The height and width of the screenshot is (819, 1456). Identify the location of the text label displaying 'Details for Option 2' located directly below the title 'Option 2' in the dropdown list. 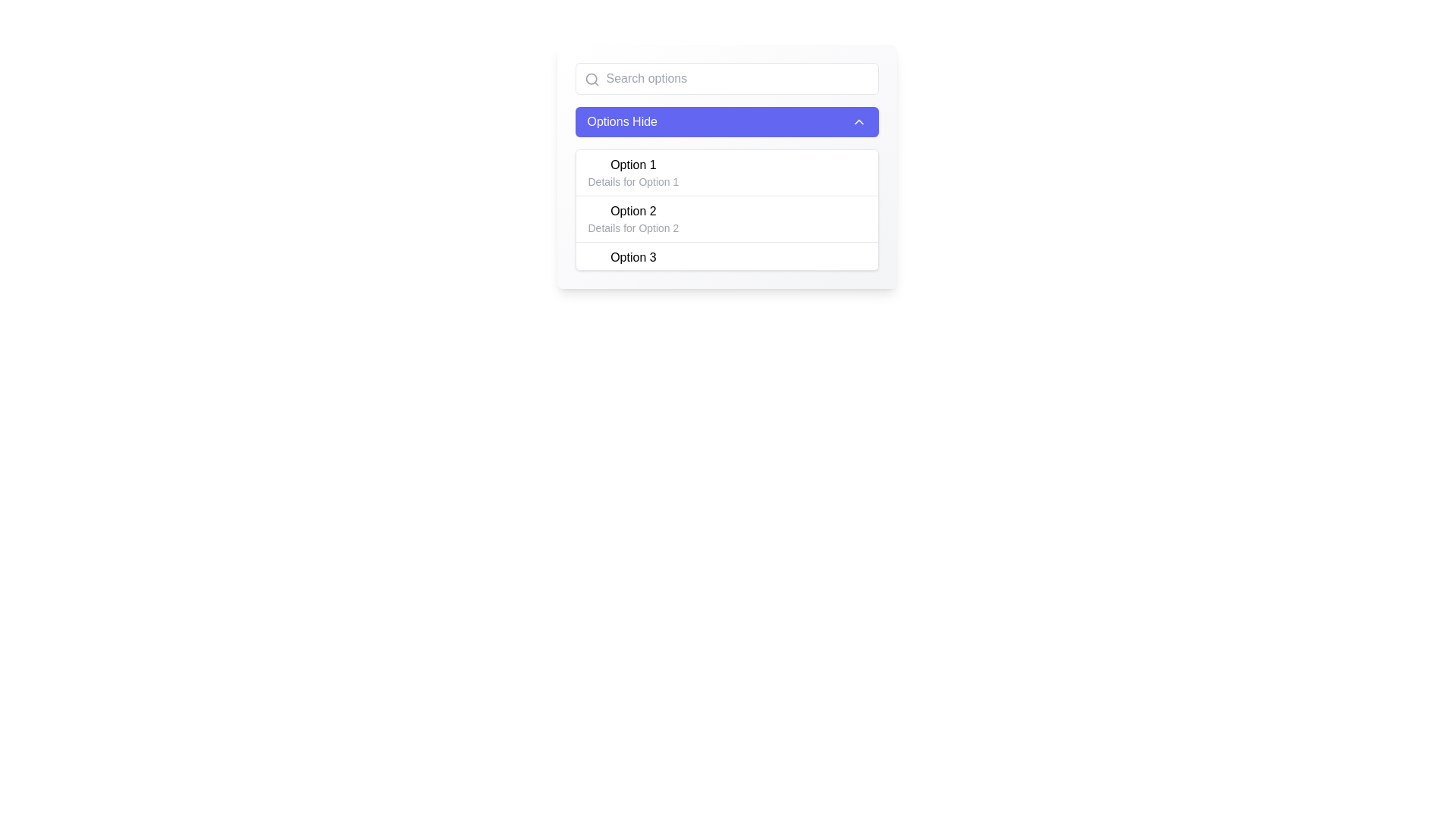
(633, 227).